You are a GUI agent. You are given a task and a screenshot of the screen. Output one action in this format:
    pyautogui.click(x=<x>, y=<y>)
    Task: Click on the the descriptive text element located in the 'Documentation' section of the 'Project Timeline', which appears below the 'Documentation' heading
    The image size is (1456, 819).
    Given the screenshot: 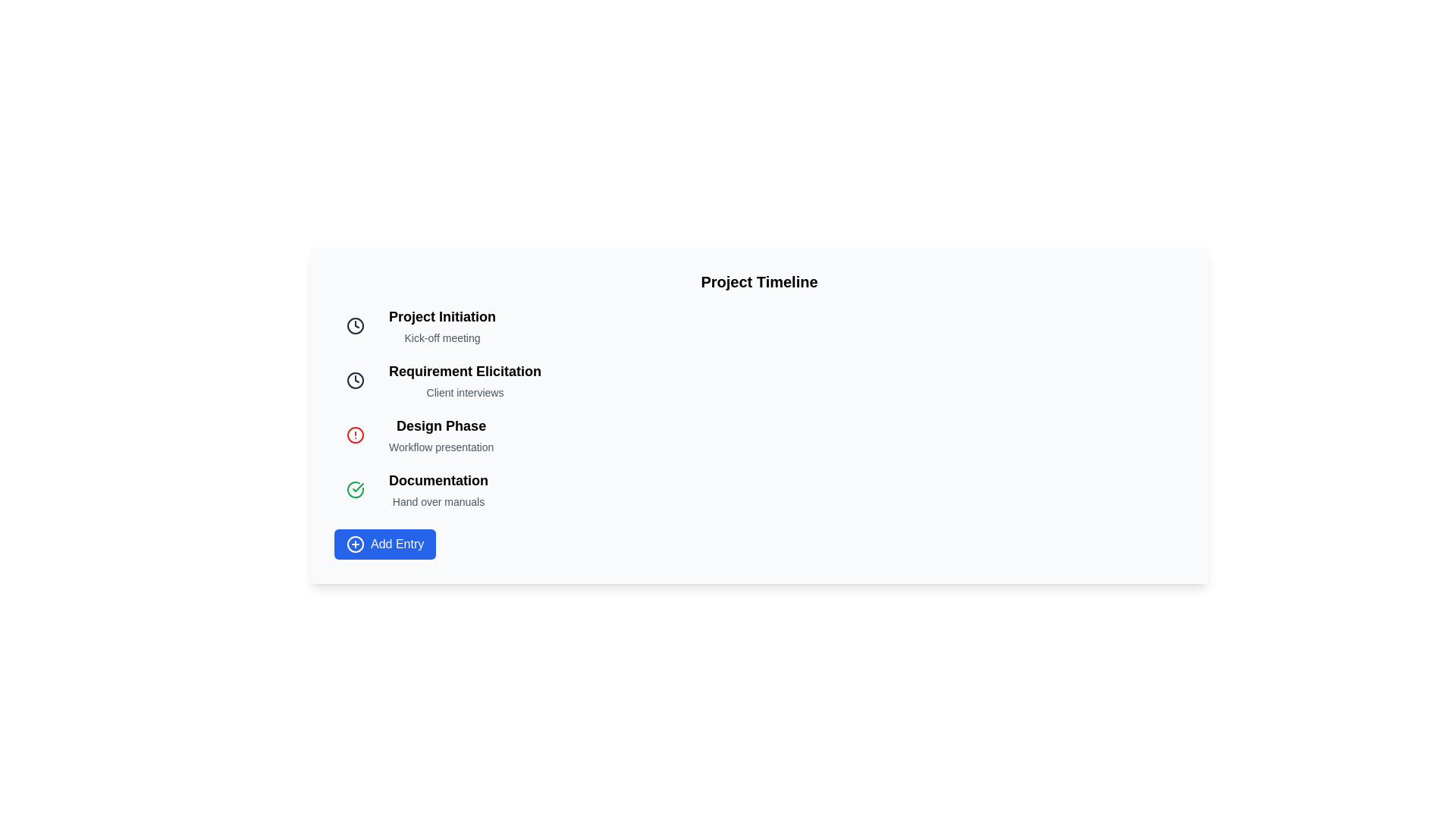 What is the action you would take?
    pyautogui.click(x=438, y=502)
    